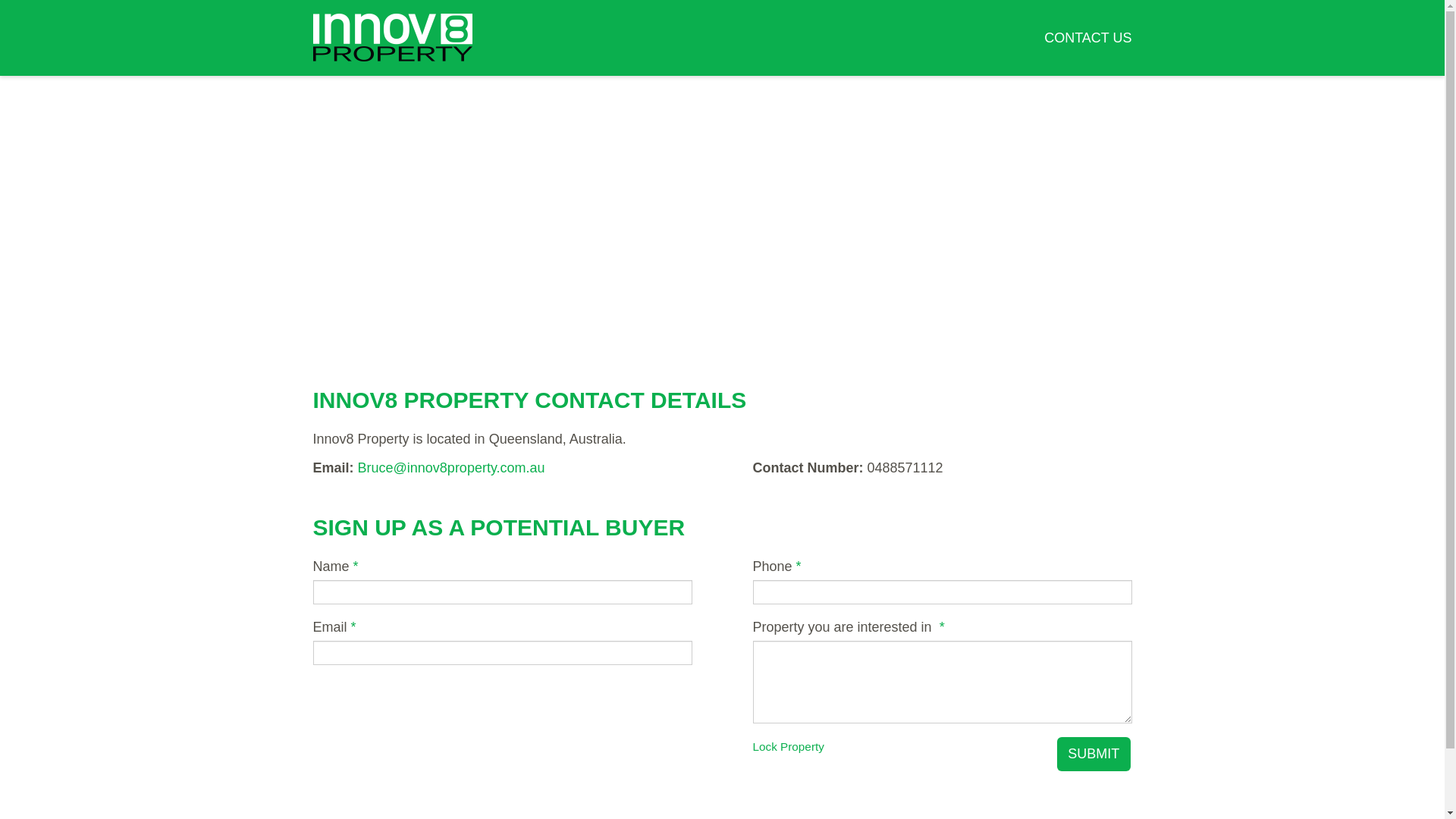 This screenshot has height=819, width=1456. I want to click on 'Lock Property', so click(787, 745).